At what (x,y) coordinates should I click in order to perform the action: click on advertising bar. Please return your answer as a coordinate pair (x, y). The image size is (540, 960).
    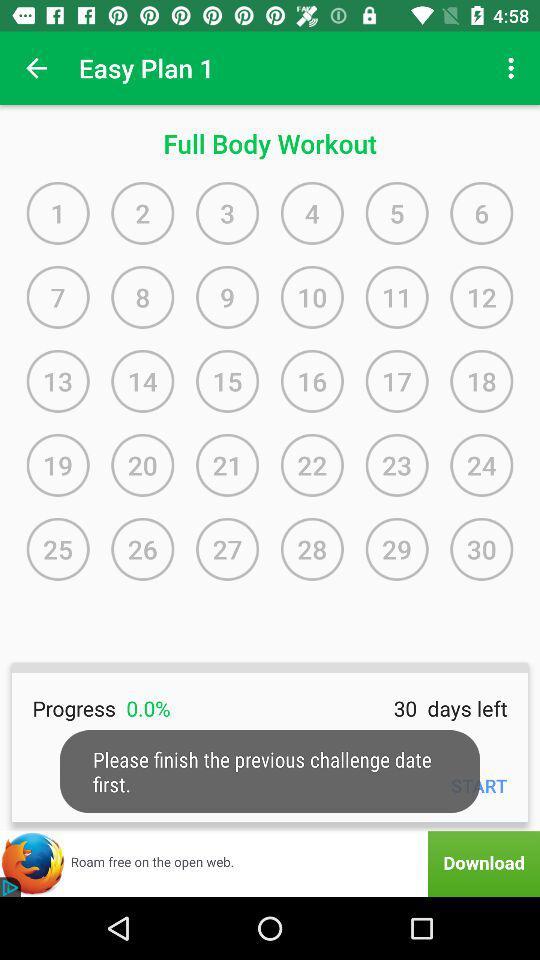
    Looking at the image, I should click on (270, 863).